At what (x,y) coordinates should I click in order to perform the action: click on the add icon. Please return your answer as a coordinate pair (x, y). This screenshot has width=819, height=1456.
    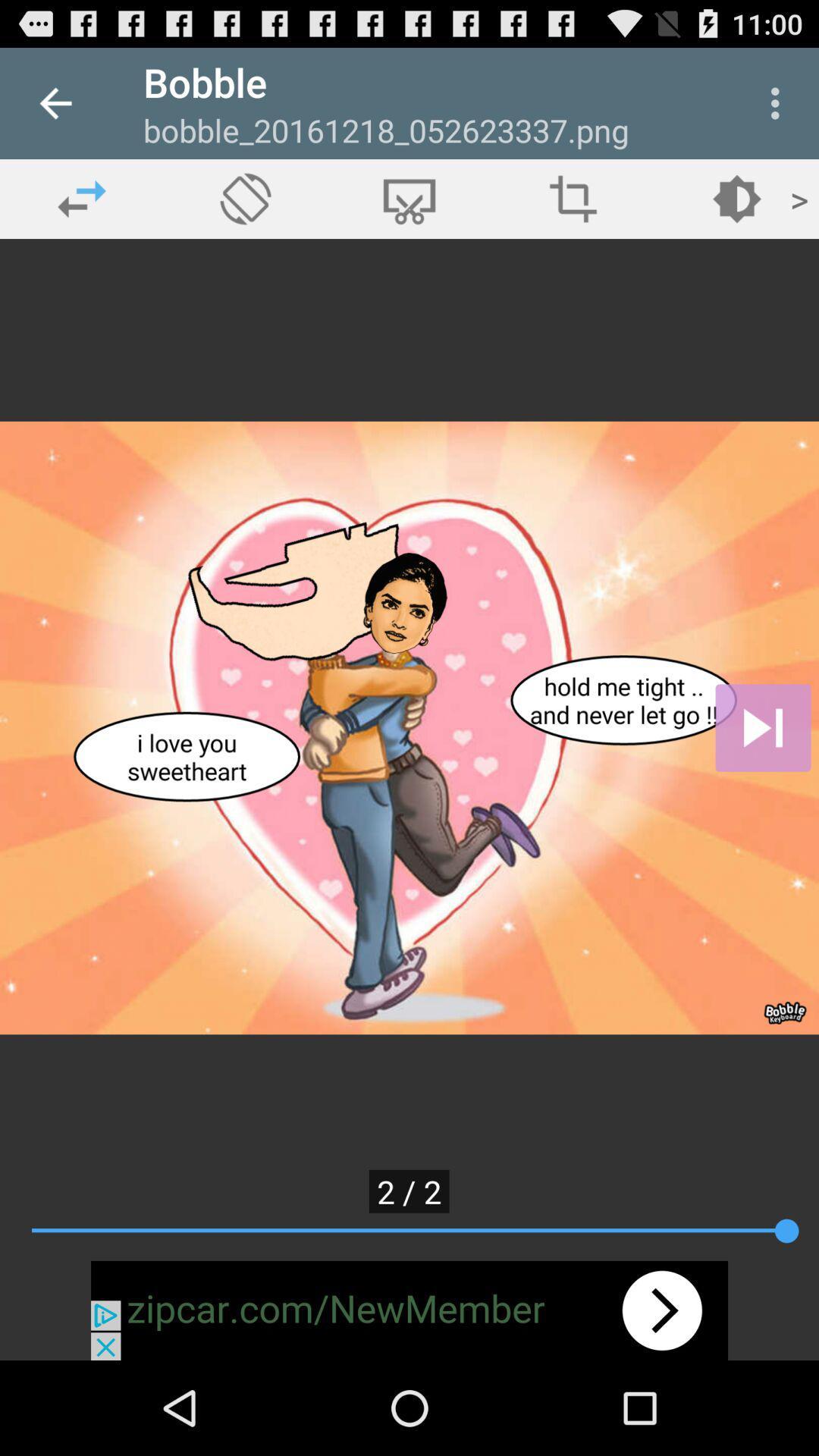
    Looking at the image, I should click on (573, 198).